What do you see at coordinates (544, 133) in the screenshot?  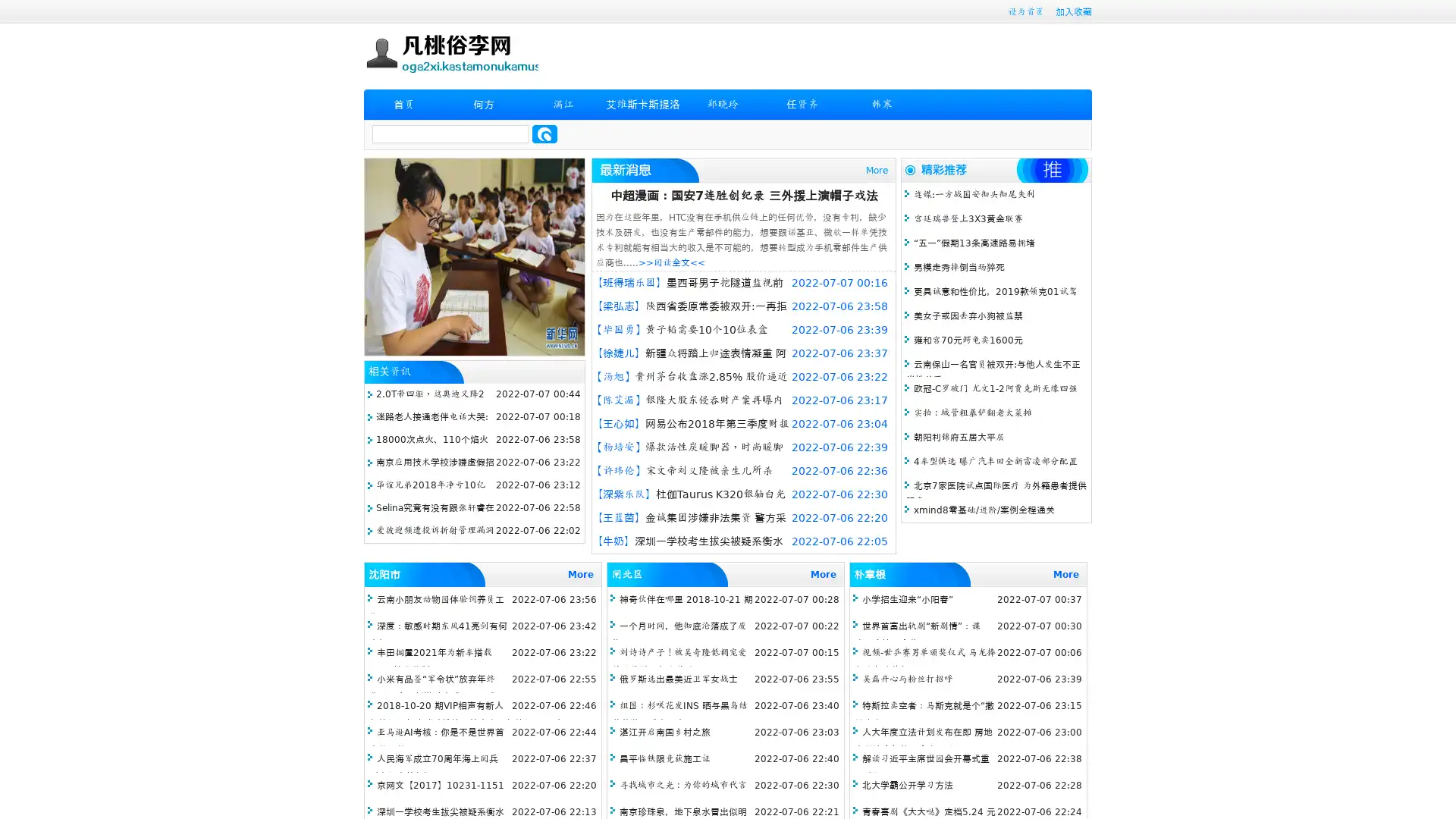 I see `Search` at bounding box center [544, 133].